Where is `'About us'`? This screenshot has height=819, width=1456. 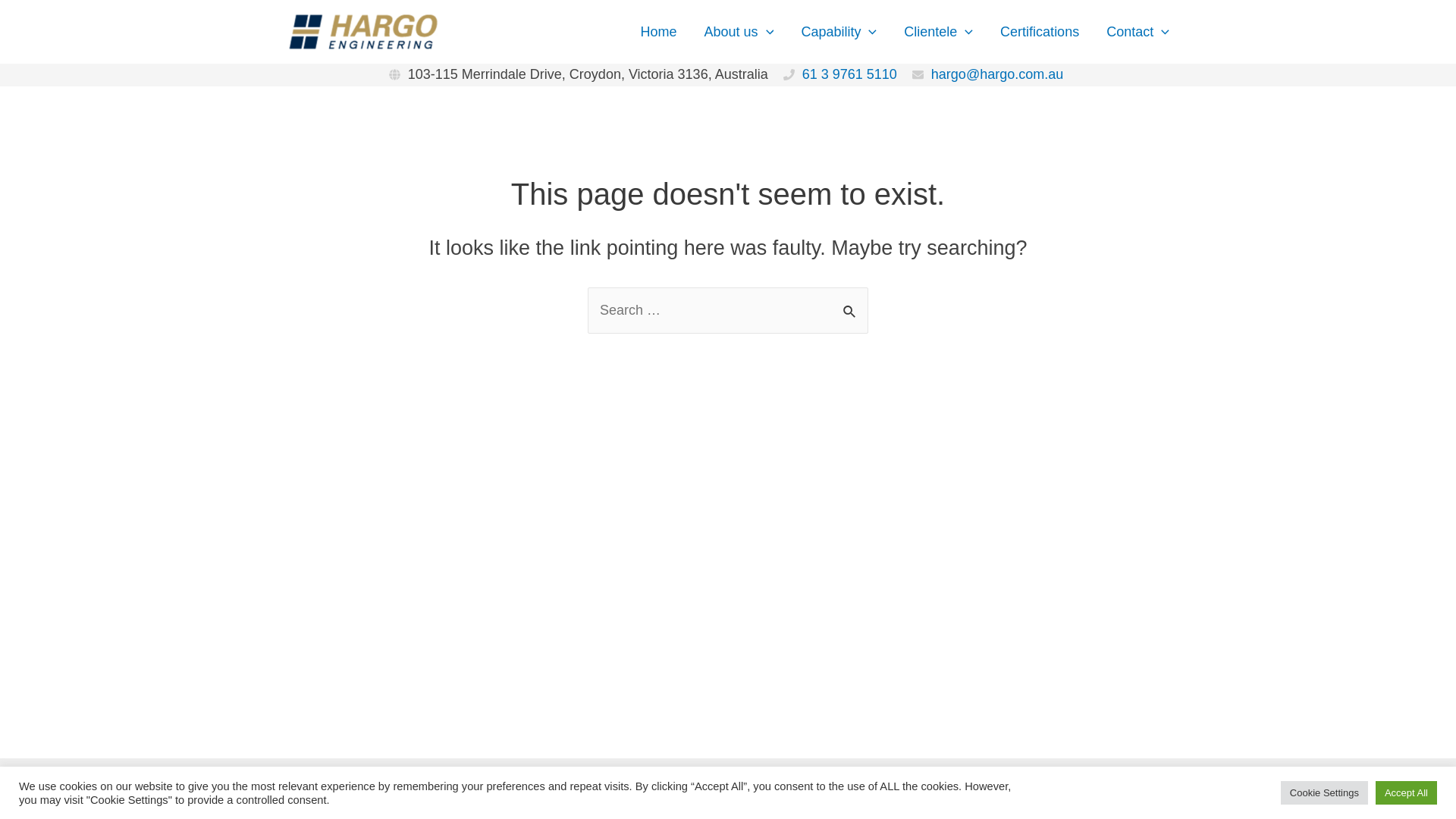
'About us' is located at coordinates (739, 31).